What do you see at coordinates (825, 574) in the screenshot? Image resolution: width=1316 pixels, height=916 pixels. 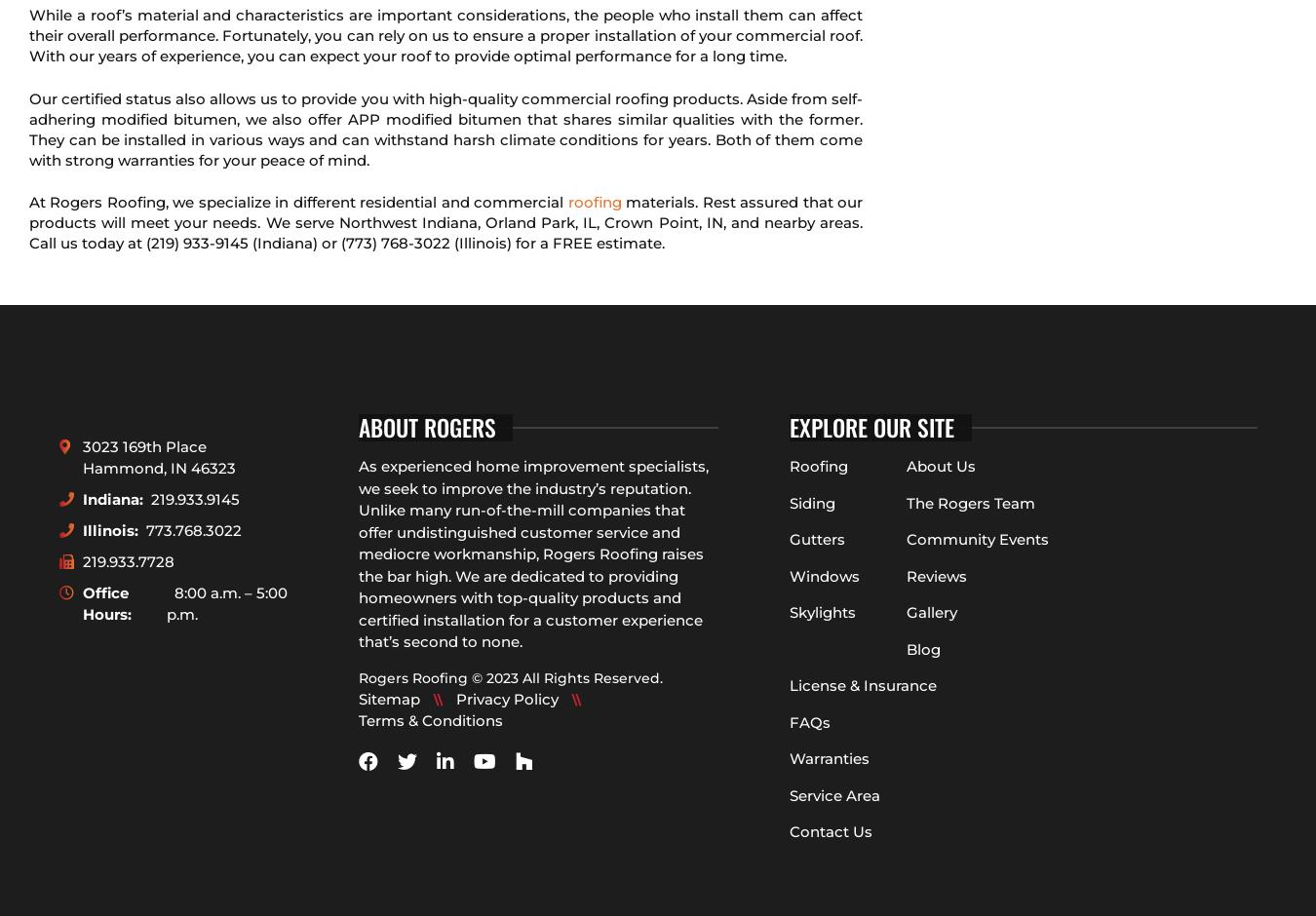 I see `'Windows'` at bounding box center [825, 574].